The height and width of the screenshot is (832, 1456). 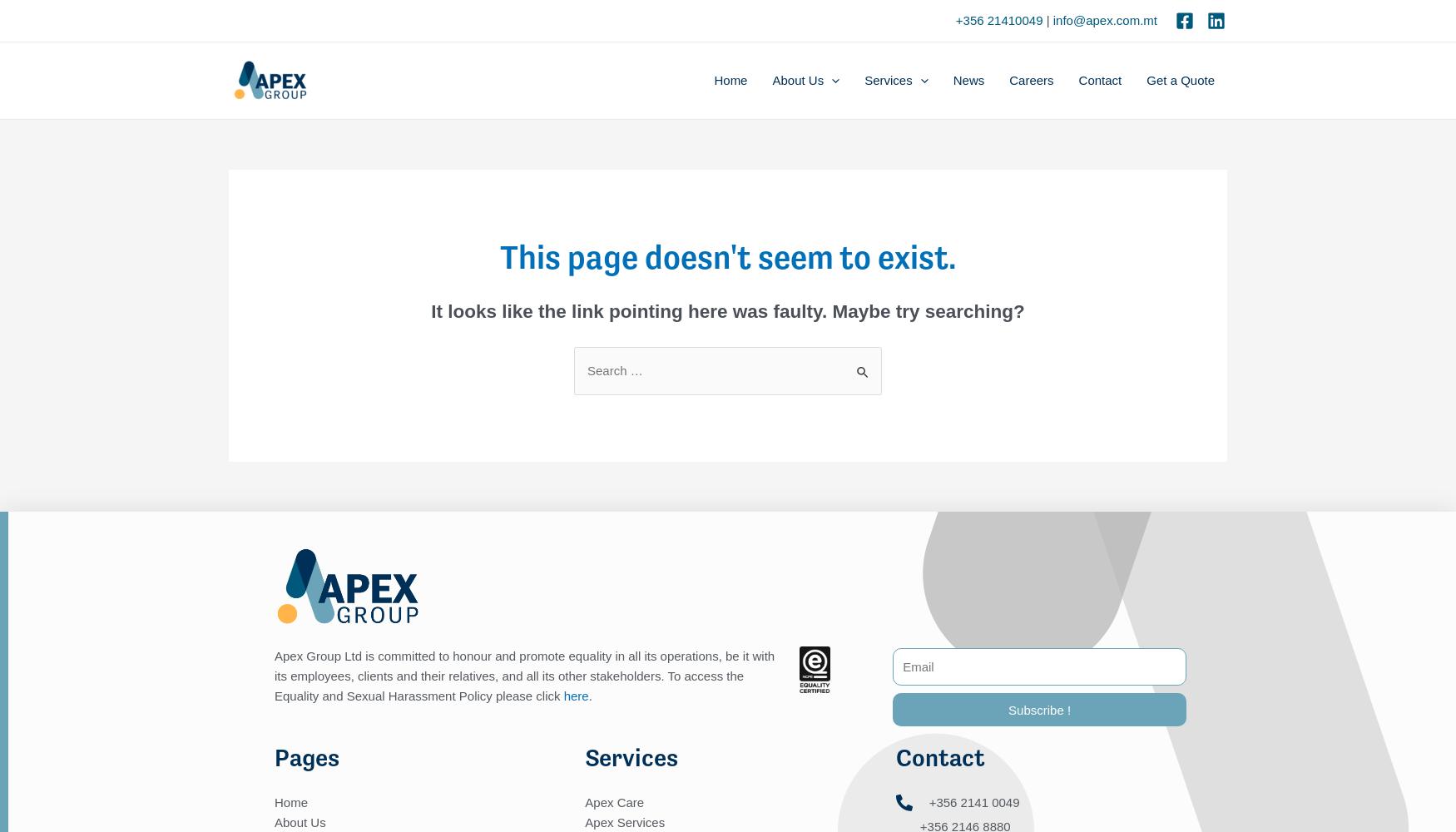 I want to click on 'It looks like the link pointing here was faulty. Maybe try searching?', so click(x=430, y=310).